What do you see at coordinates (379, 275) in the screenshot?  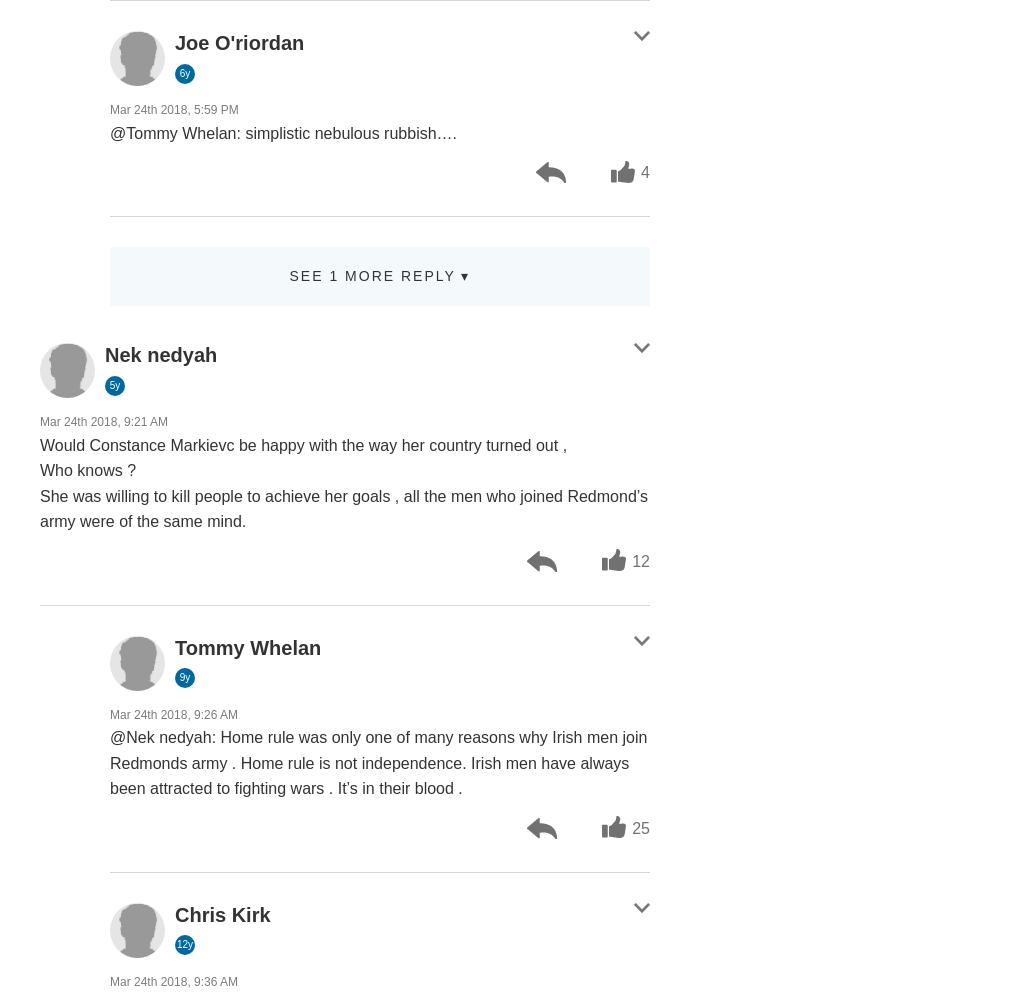 I see `'See 1 more reply   ▾'` at bounding box center [379, 275].